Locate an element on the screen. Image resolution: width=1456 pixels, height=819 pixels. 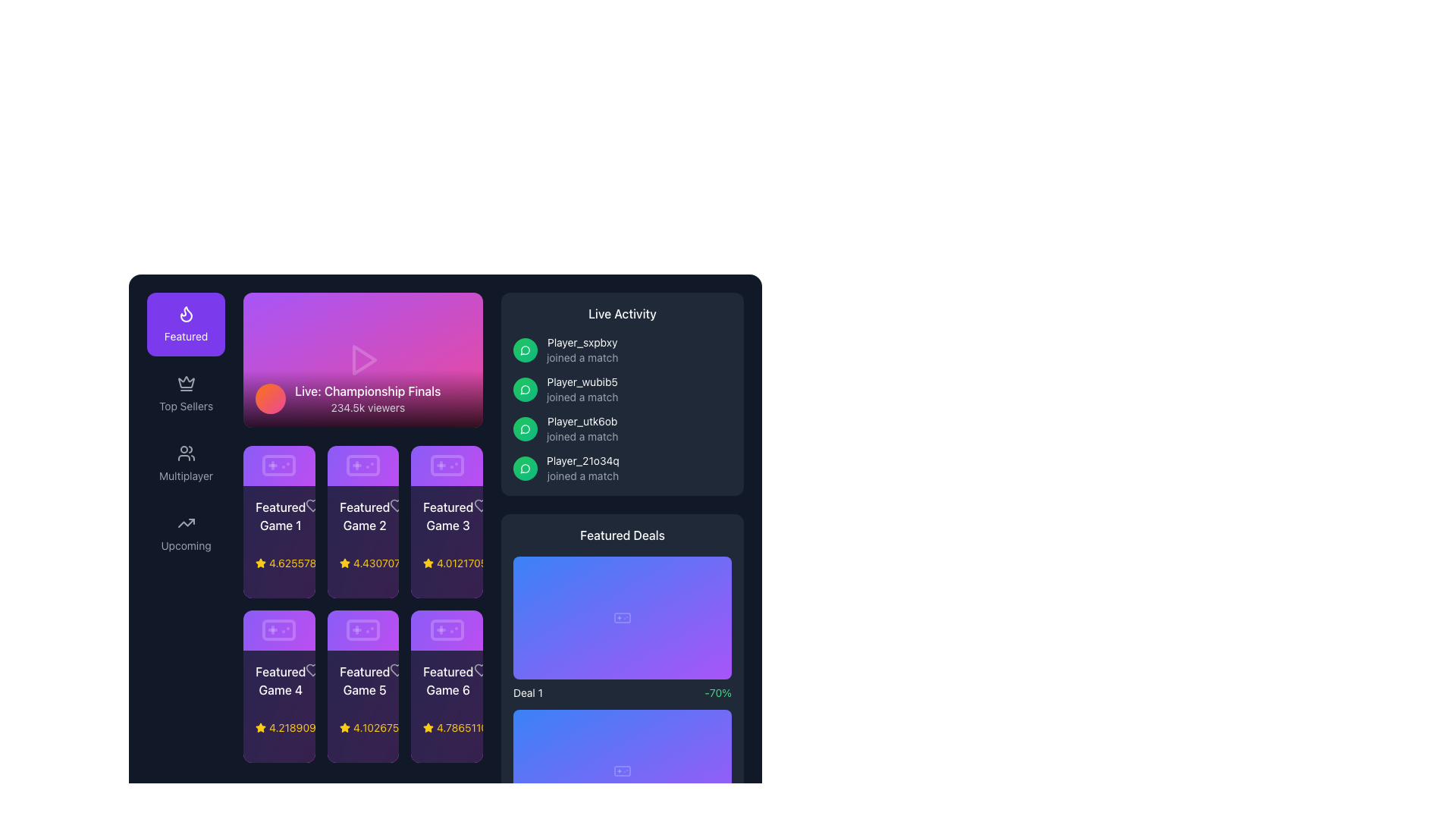
the game feature card located is located at coordinates (446, 707).